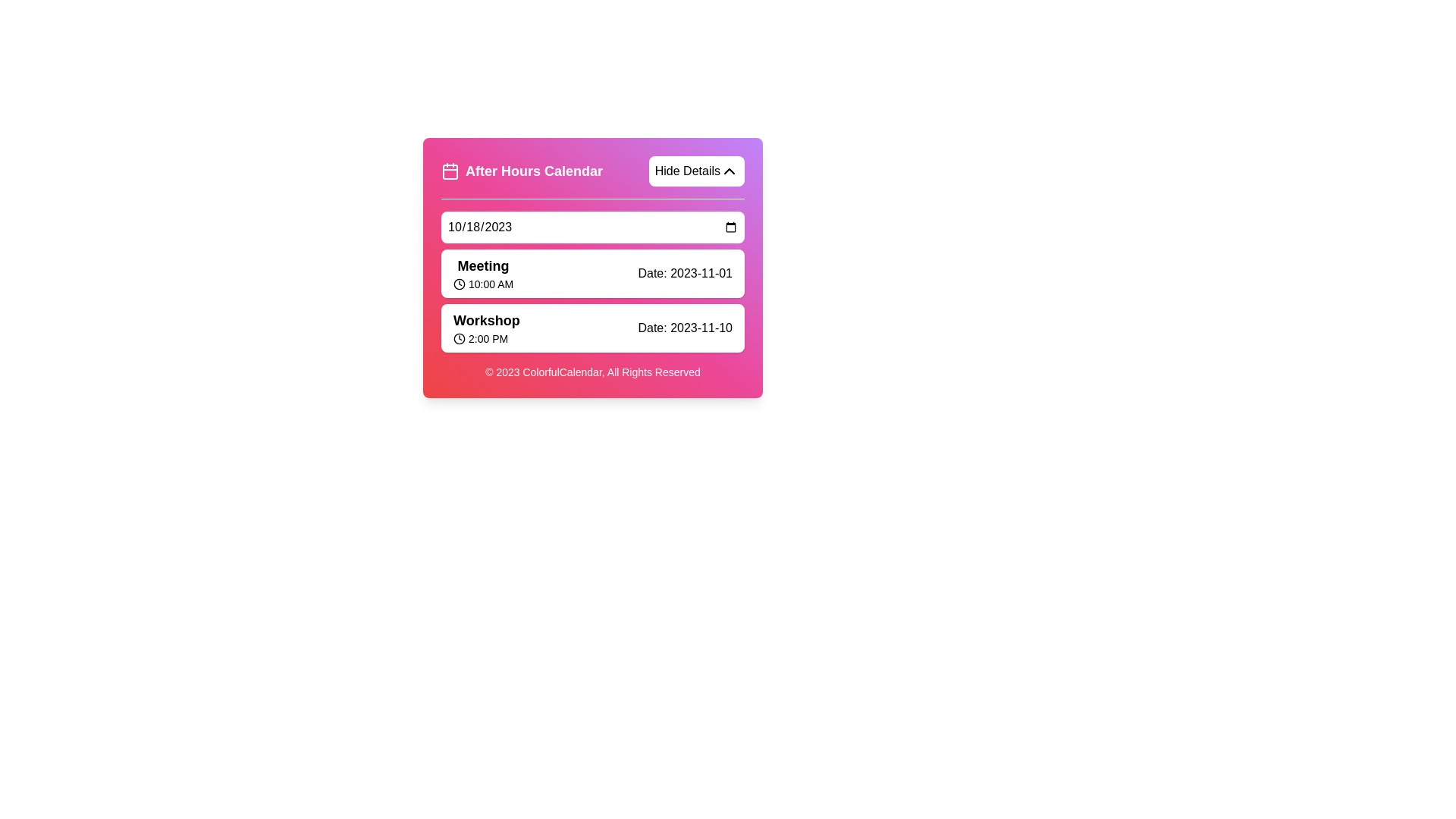  Describe the element at coordinates (592, 177) in the screenshot. I see `the 'Hide Details' button located in the header bar of the calendar interface` at that location.